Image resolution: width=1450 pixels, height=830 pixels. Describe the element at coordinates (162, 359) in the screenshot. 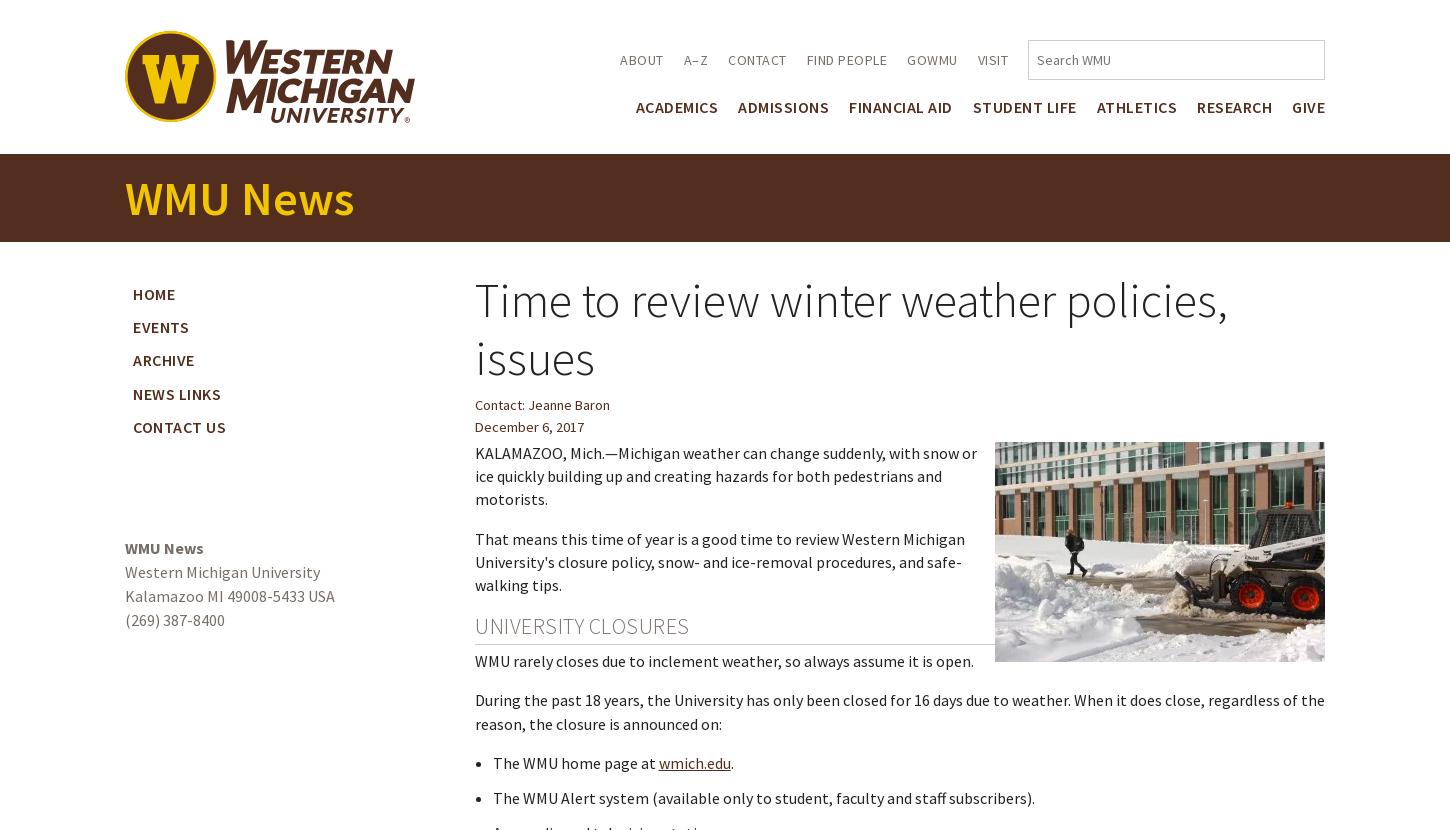

I see `'Archive'` at that location.